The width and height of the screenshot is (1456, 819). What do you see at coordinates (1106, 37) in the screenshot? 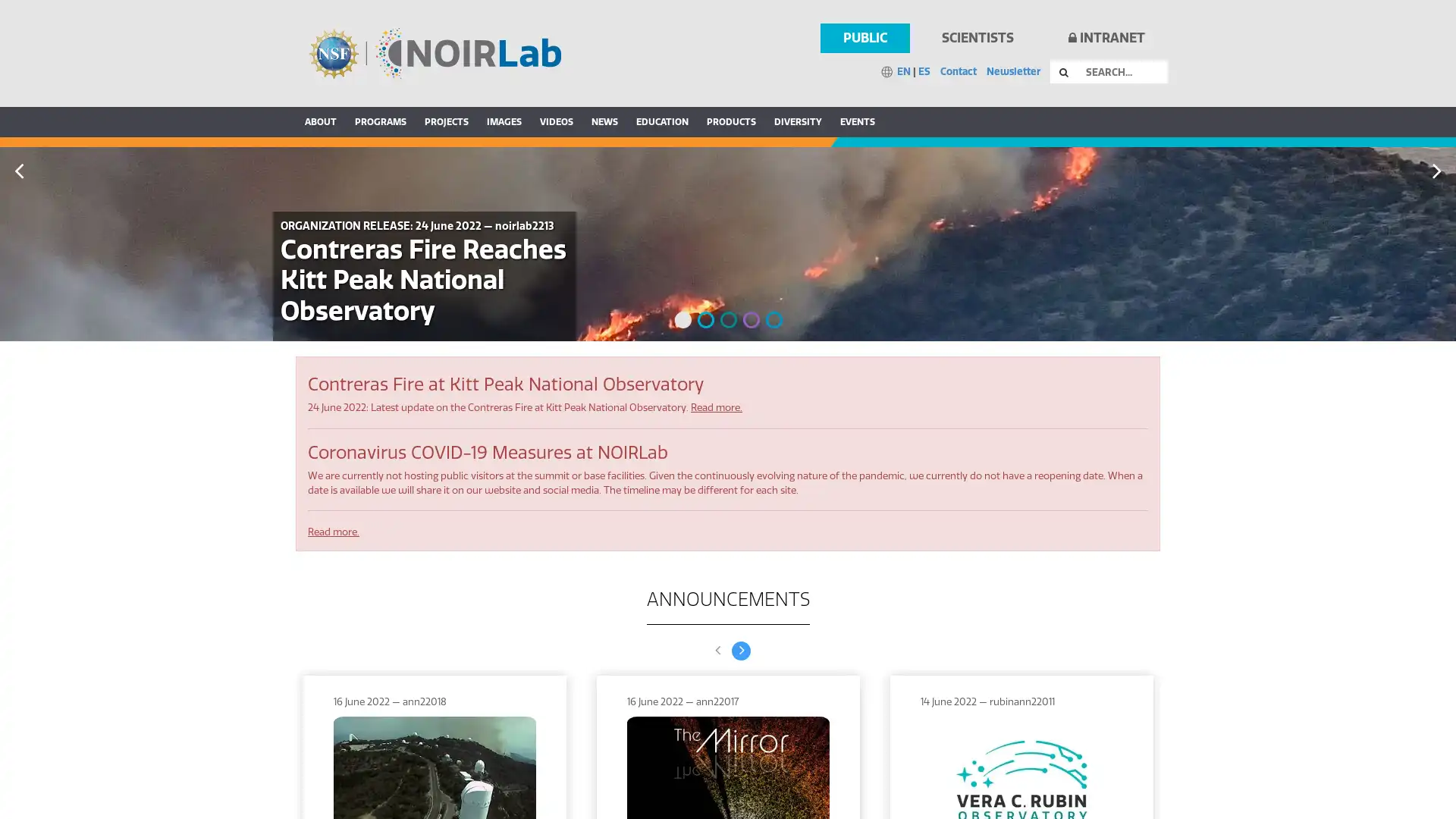
I see `INTRANET` at bounding box center [1106, 37].